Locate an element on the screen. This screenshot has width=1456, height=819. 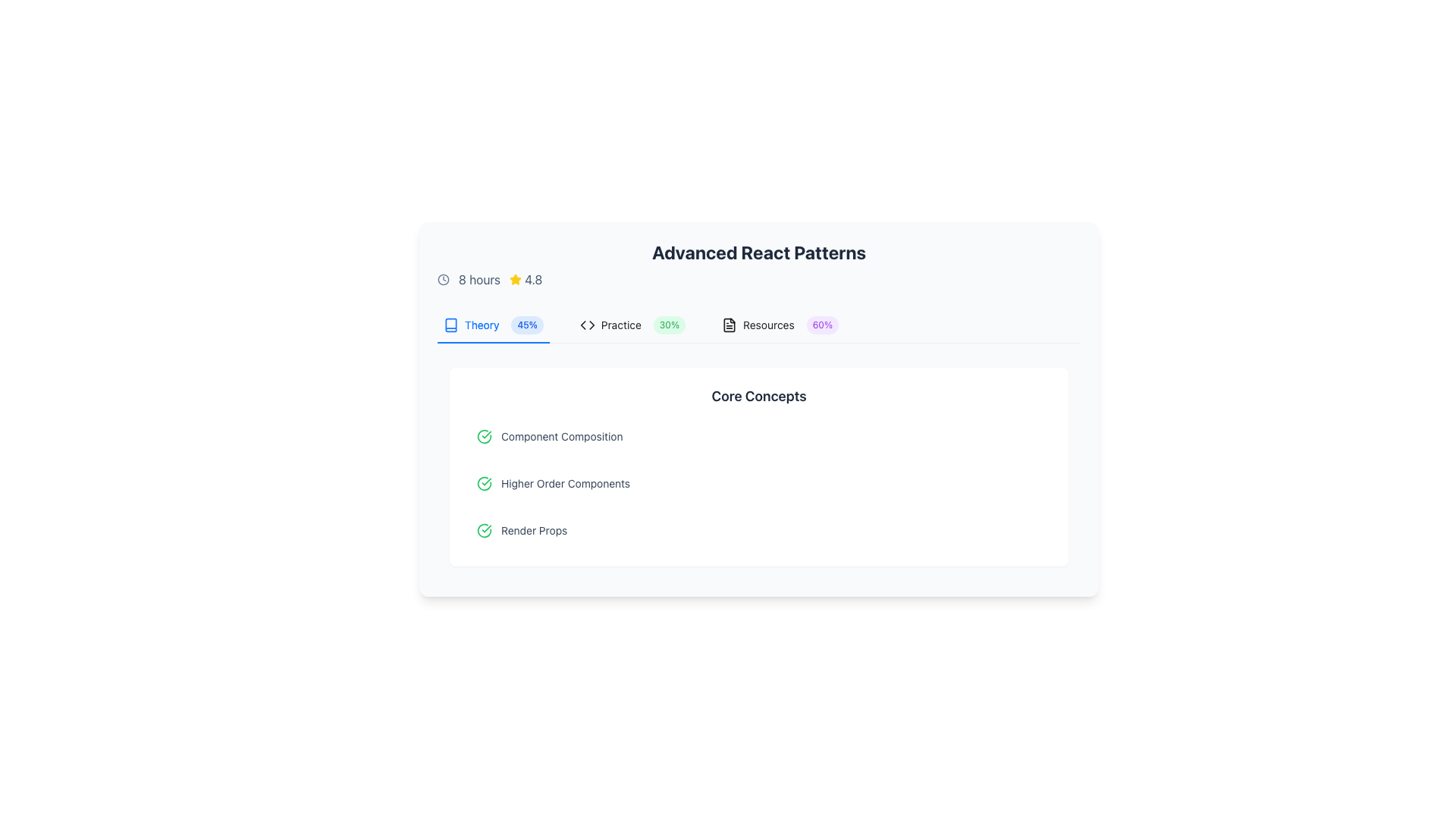
the blue indicator bar located beneath the 'Theory' tab in the navigation tab strip is located at coordinates (493, 342).